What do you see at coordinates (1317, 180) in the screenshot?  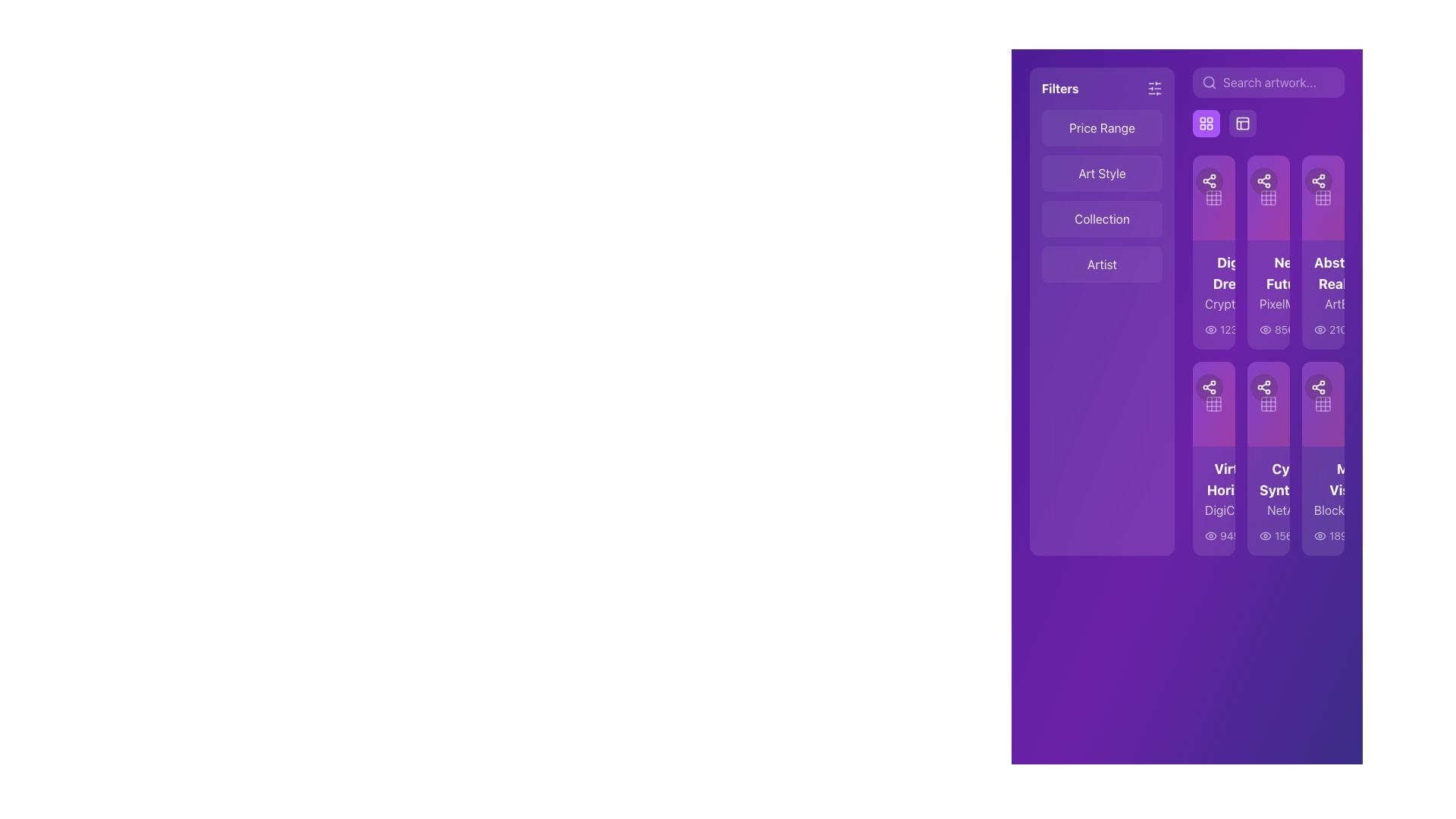 I see `the 'Share' icon button located at the center of a circular button in the right-hand section of the interface` at bounding box center [1317, 180].